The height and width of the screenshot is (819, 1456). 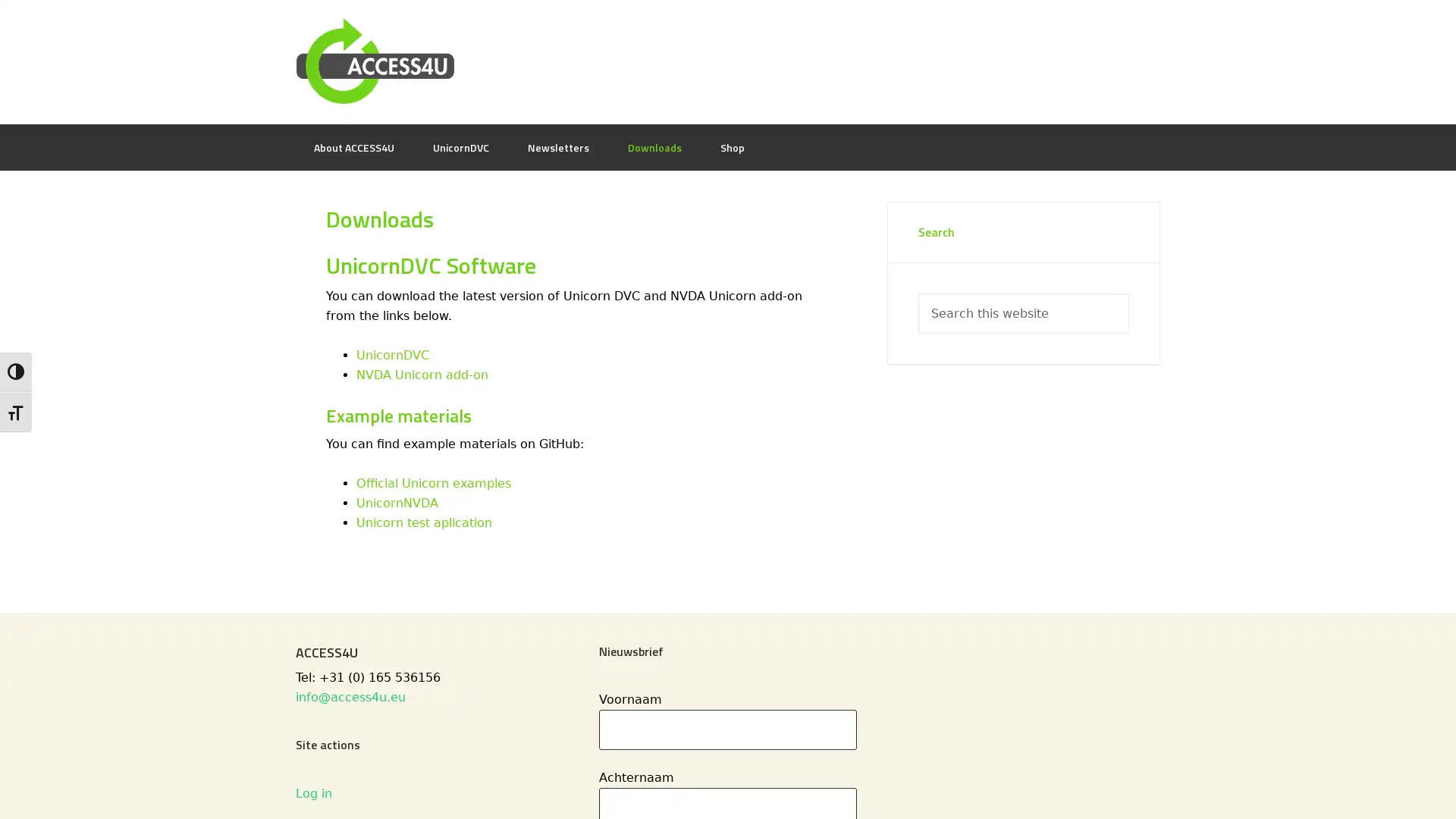 What do you see at coordinates (1128, 293) in the screenshot?
I see `Search` at bounding box center [1128, 293].